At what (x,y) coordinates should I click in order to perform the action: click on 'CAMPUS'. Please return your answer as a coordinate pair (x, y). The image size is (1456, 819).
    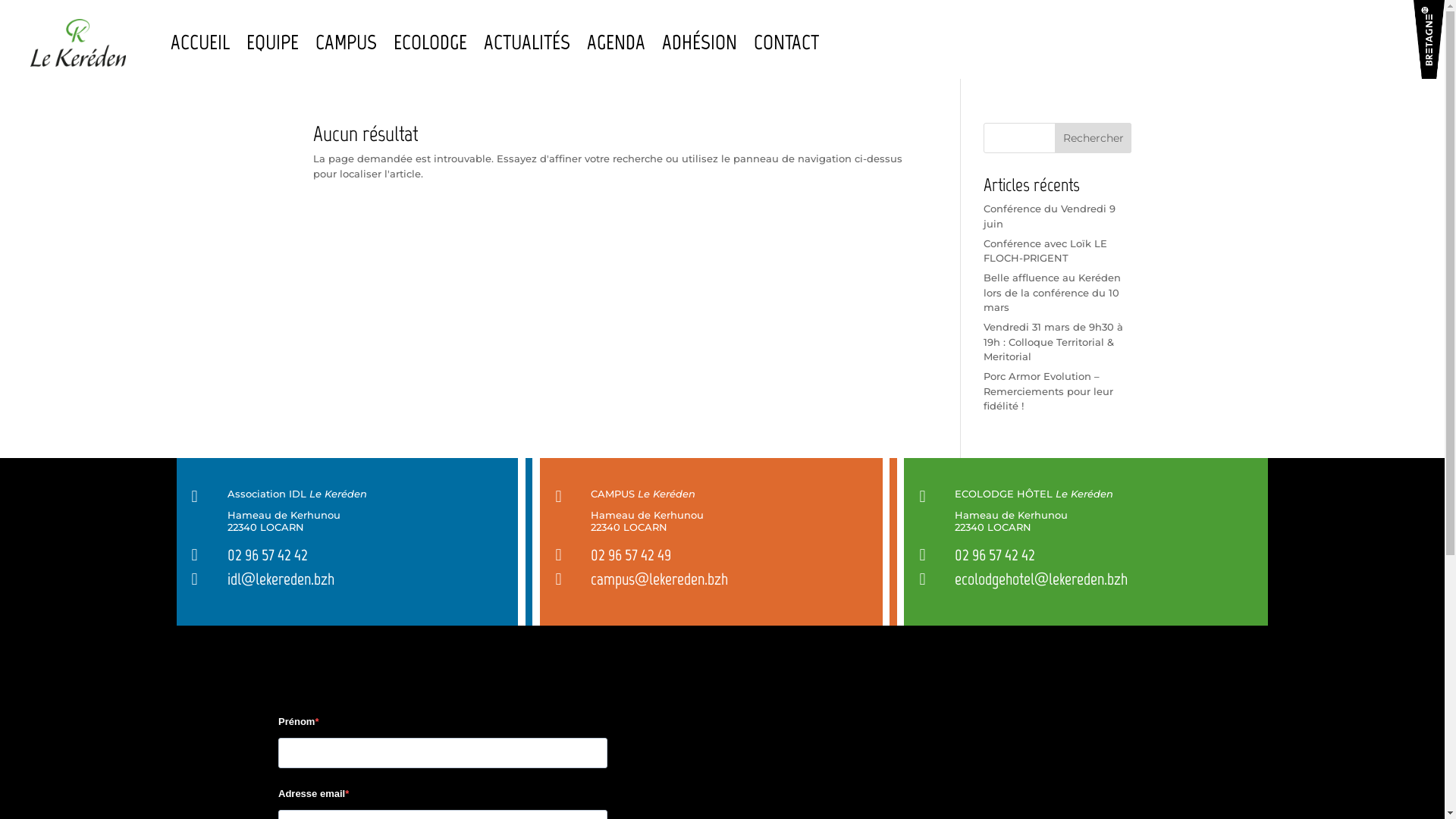
    Looking at the image, I should click on (345, 42).